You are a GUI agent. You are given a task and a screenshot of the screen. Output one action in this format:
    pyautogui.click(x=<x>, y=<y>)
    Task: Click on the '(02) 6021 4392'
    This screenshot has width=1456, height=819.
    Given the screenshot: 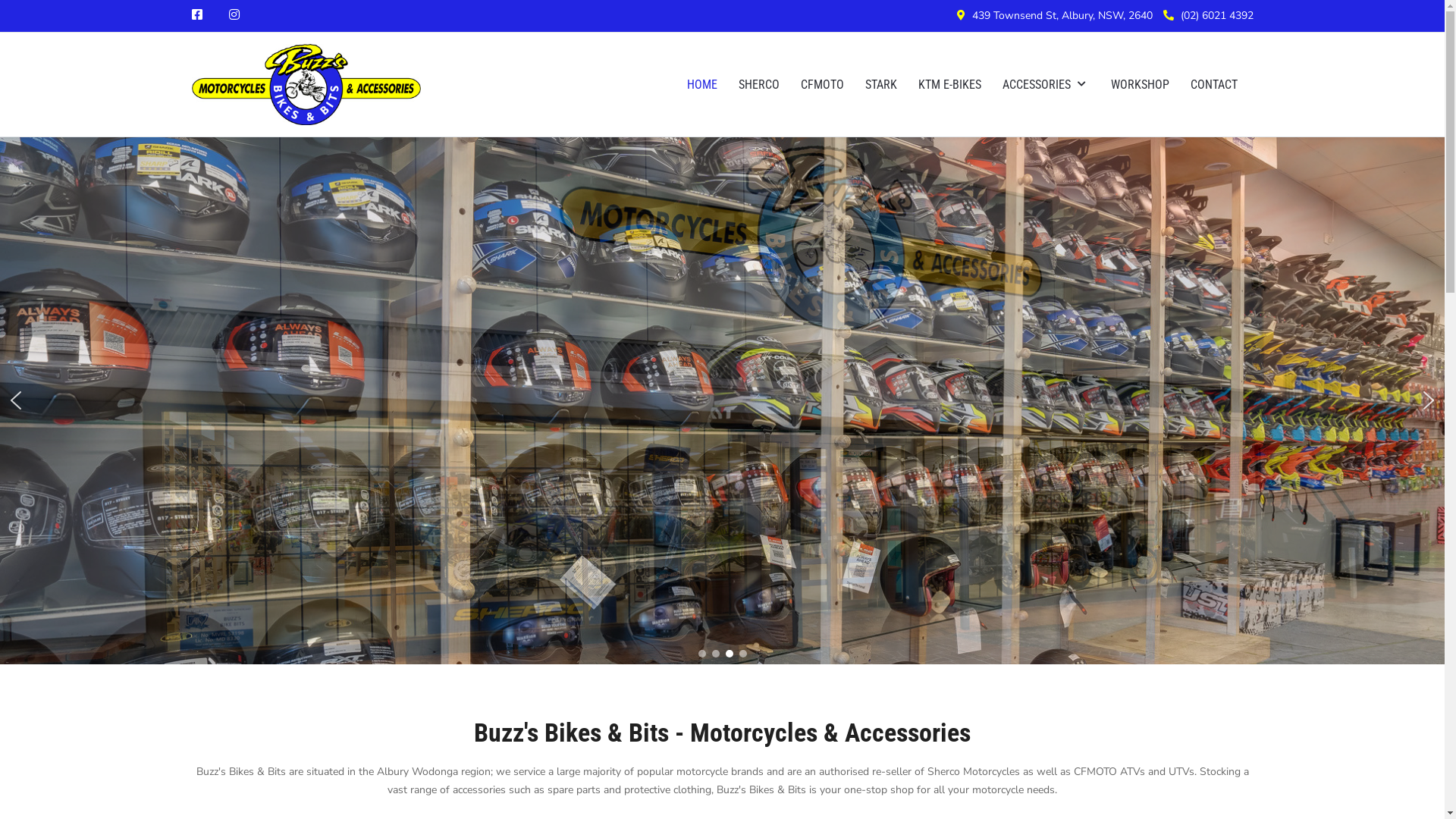 What is the action you would take?
    pyautogui.click(x=1216, y=15)
    